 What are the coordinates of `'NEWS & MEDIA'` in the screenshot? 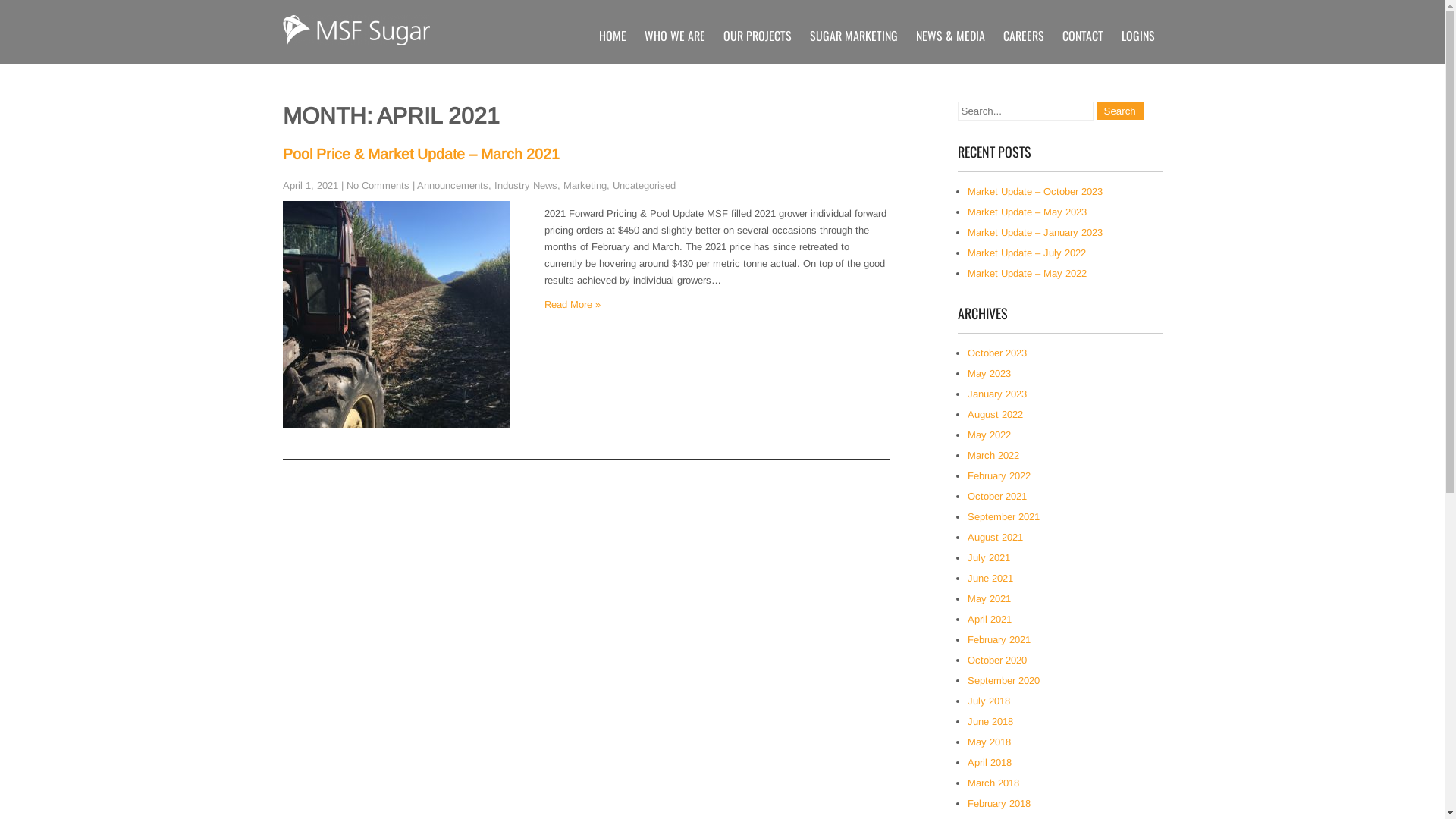 It's located at (949, 34).